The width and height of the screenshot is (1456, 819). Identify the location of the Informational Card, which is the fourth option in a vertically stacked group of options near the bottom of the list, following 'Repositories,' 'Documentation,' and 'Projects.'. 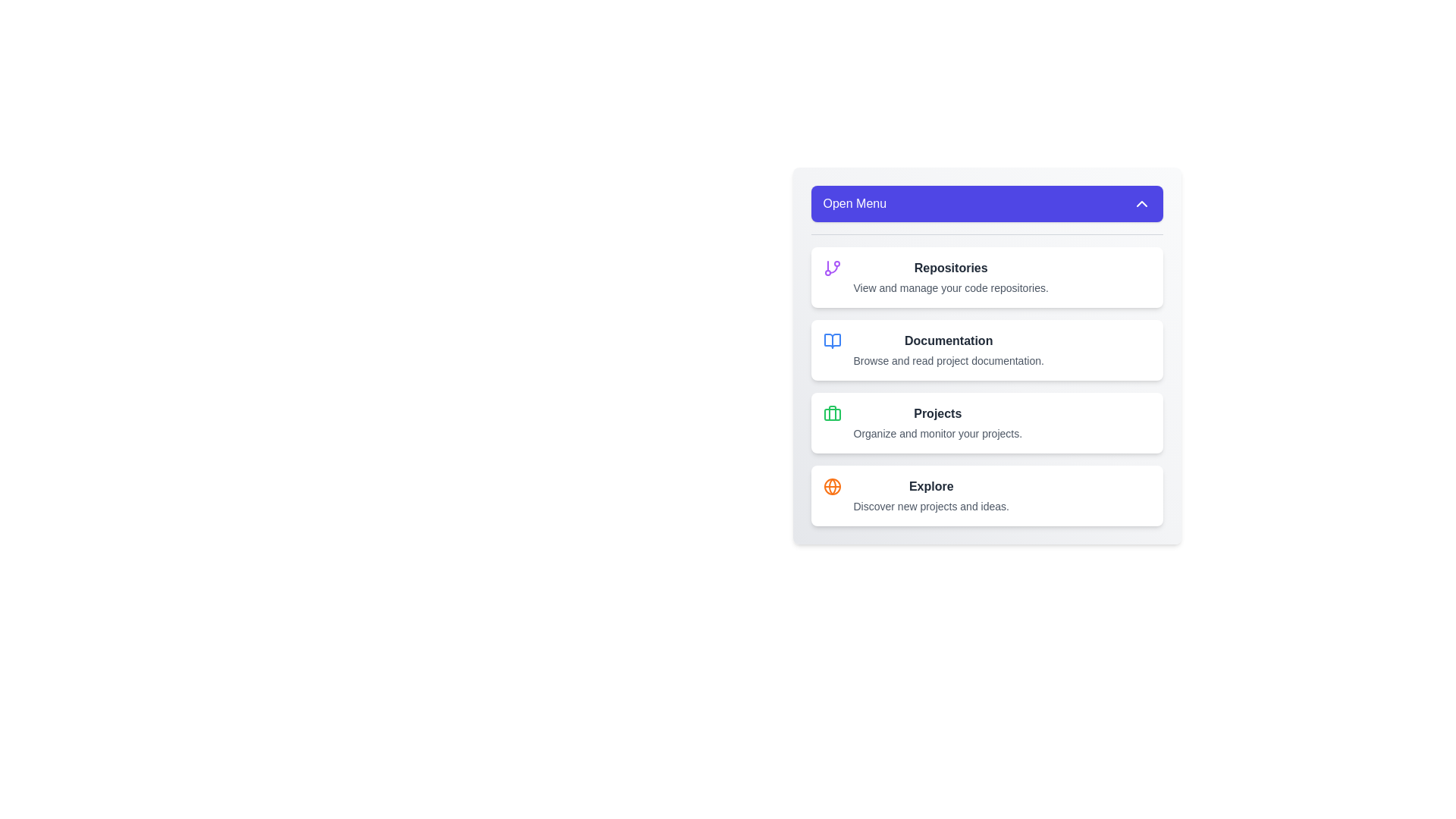
(987, 496).